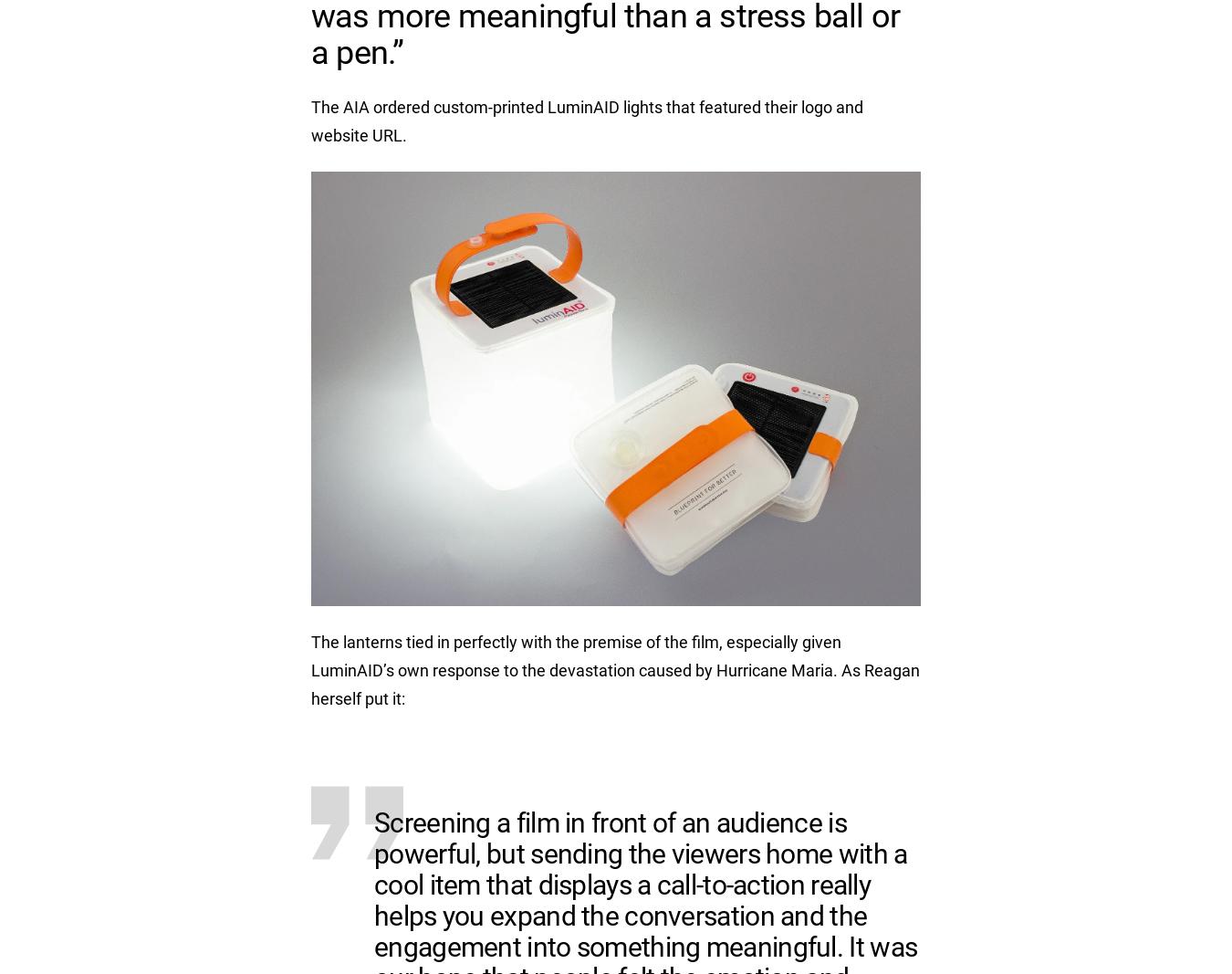  What do you see at coordinates (832, 222) in the screenshot?
I see `'Slovakia (EUR €)'` at bounding box center [832, 222].